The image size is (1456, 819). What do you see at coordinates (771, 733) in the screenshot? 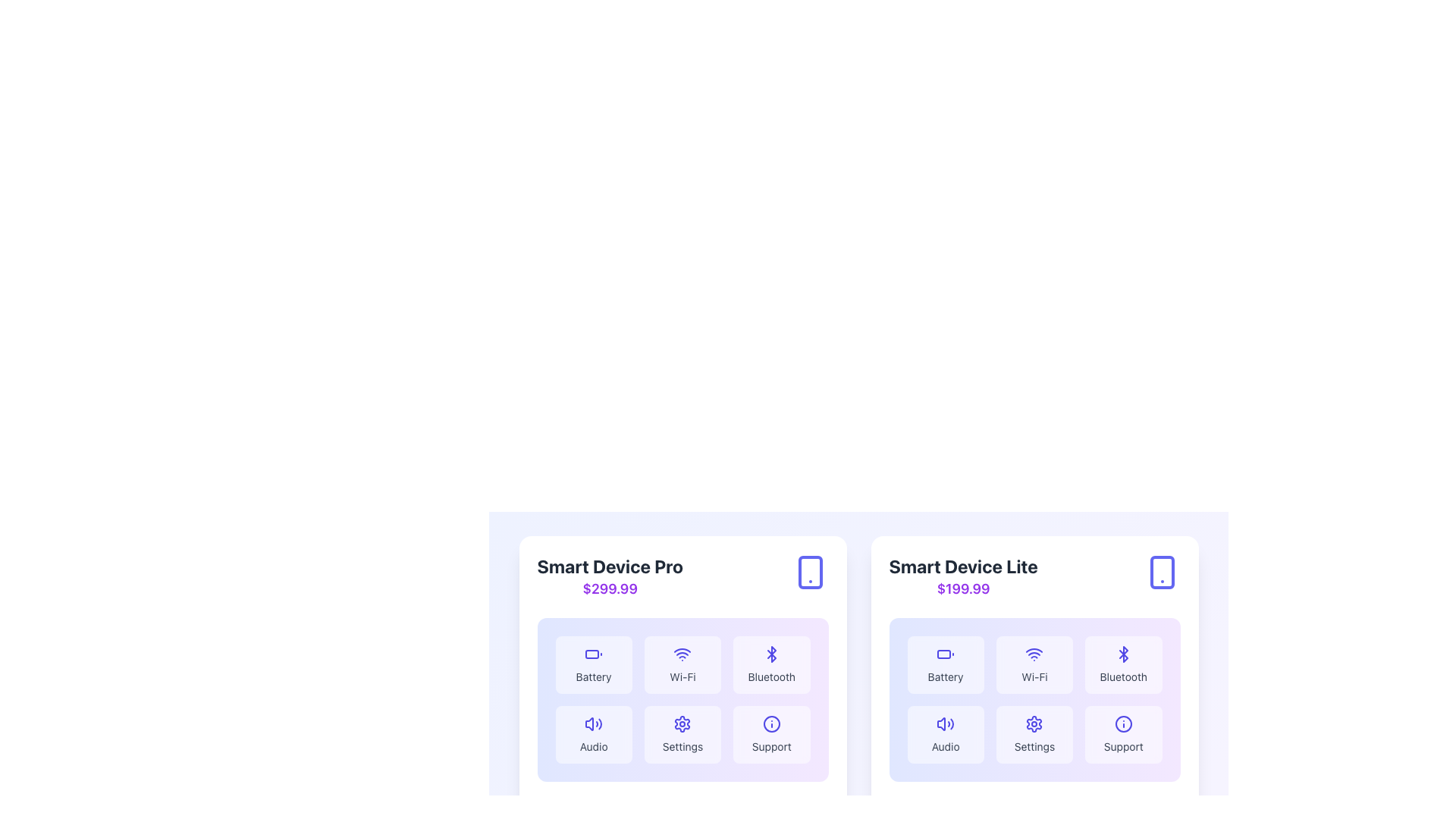
I see `the interactive support card located in the bottom-right corner of the 3x2 grid layout` at bounding box center [771, 733].